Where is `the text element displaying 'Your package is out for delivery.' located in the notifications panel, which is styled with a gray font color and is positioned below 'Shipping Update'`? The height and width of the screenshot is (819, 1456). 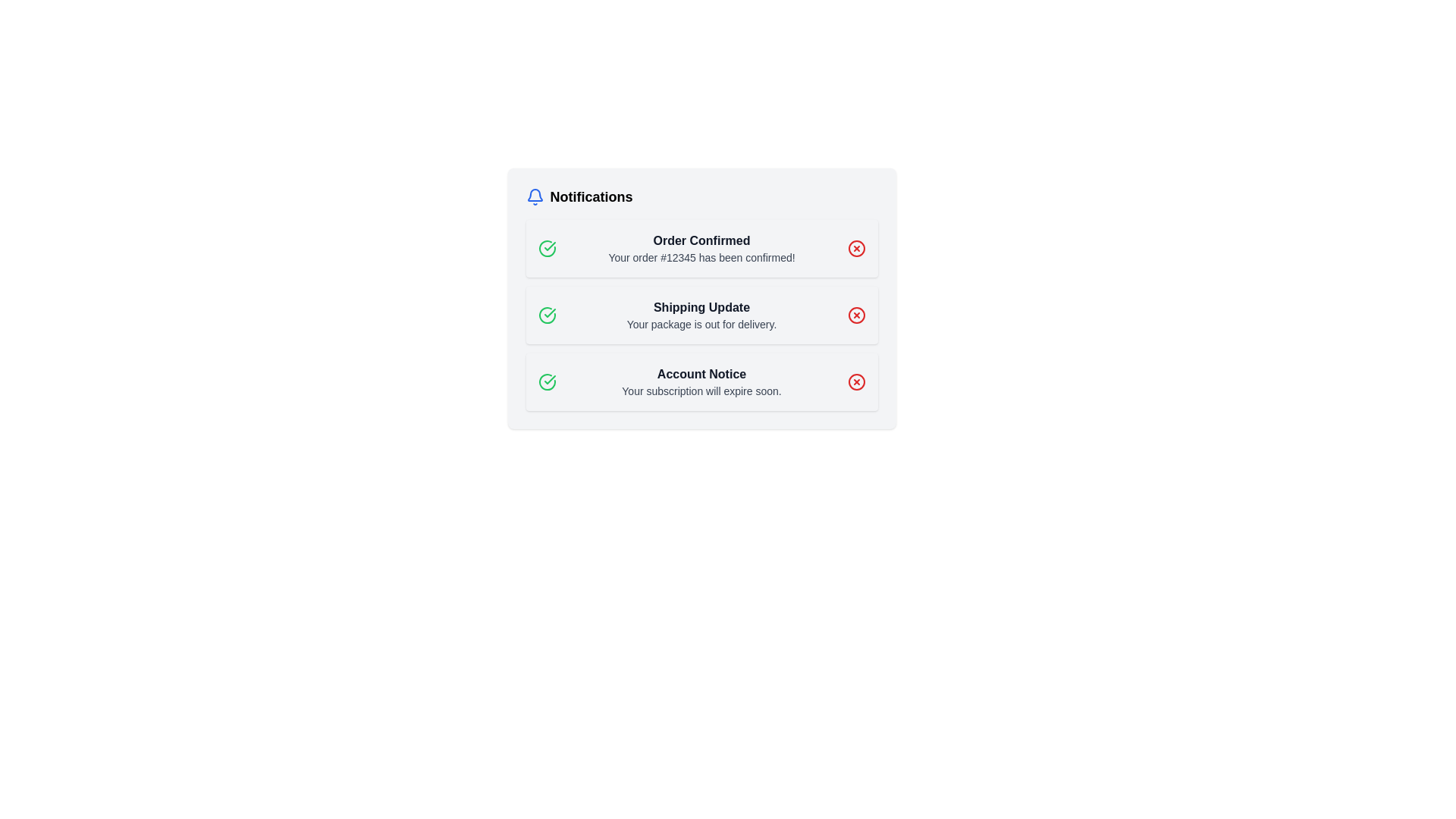
the text element displaying 'Your package is out for delivery.' located in the notifications panel, which is styled with a gray font color and is positioned below 'Shipping Update' is located at coordinates (701, 324).